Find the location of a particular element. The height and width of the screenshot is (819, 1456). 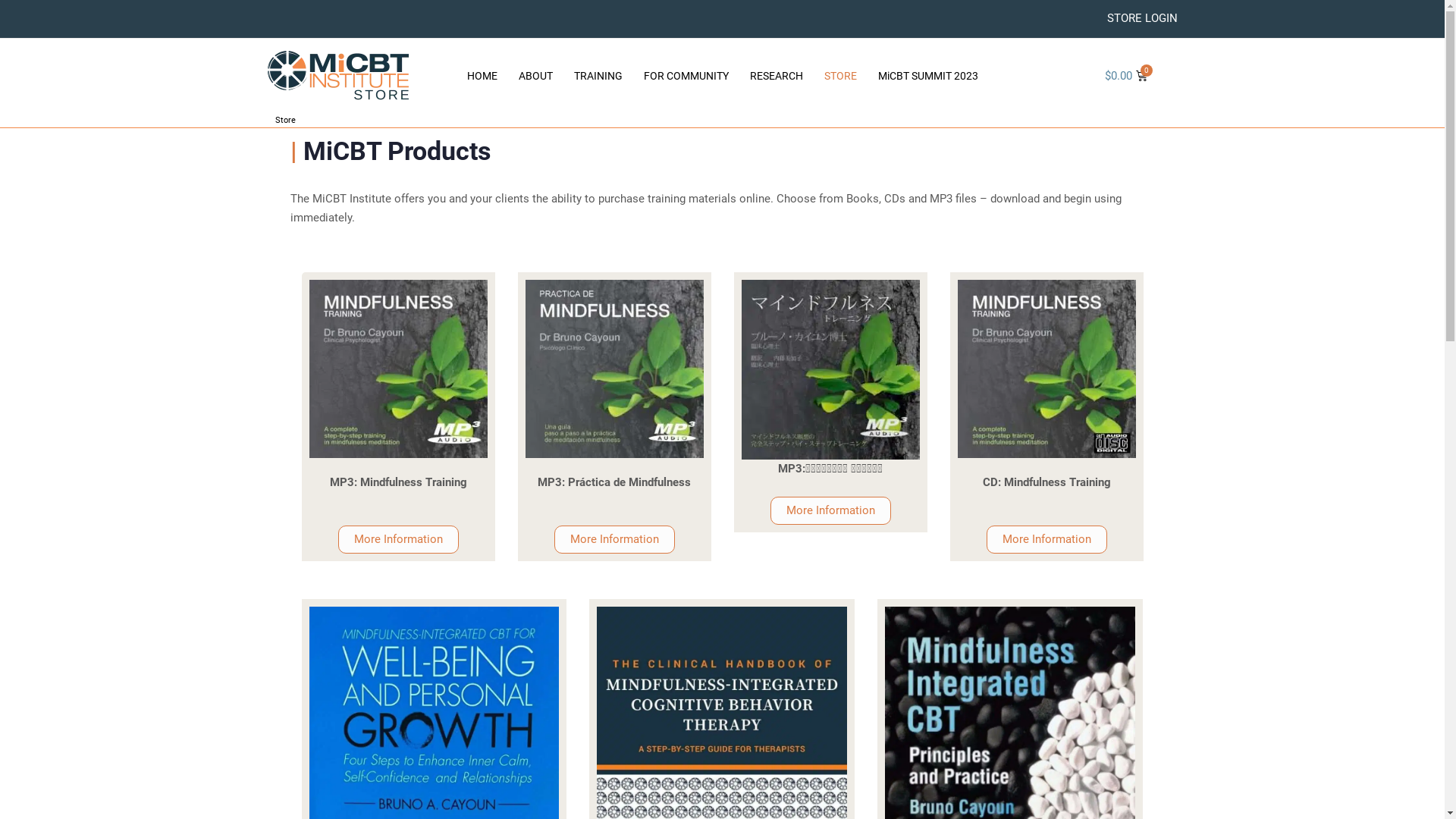

'STORE LOGIN' is located at coordinates (1142, 18).